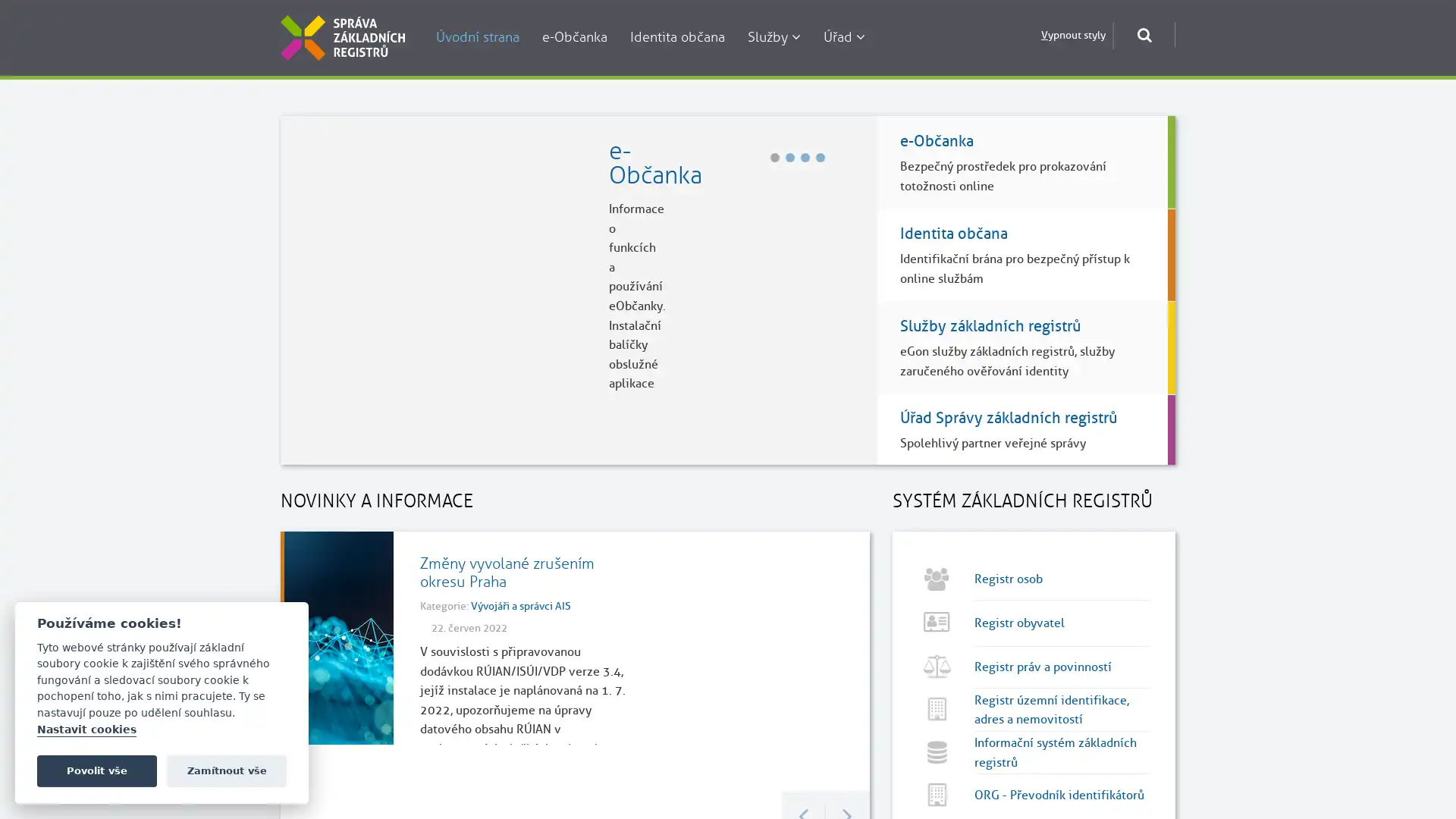 This screenshot has width=1456, height=819. What do you see at coordinates (1144, 34) in the screenshot?
I see `Otevrit okno pro vyhledavani` at bounding box center [1144, 34].